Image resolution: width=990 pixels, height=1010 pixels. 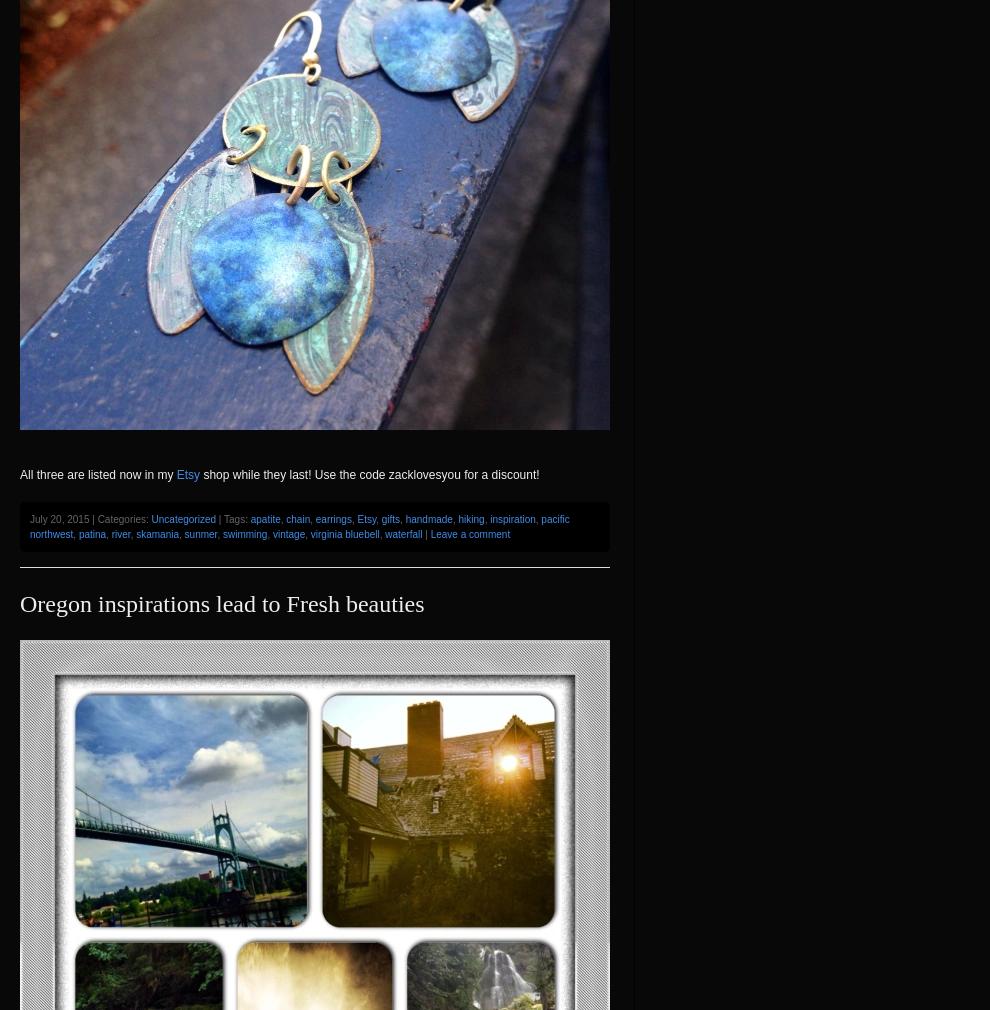 What do you see at coordinates (249, 518) in the screenshot?
I see `'apatite'` at bounding box center [249, 518].